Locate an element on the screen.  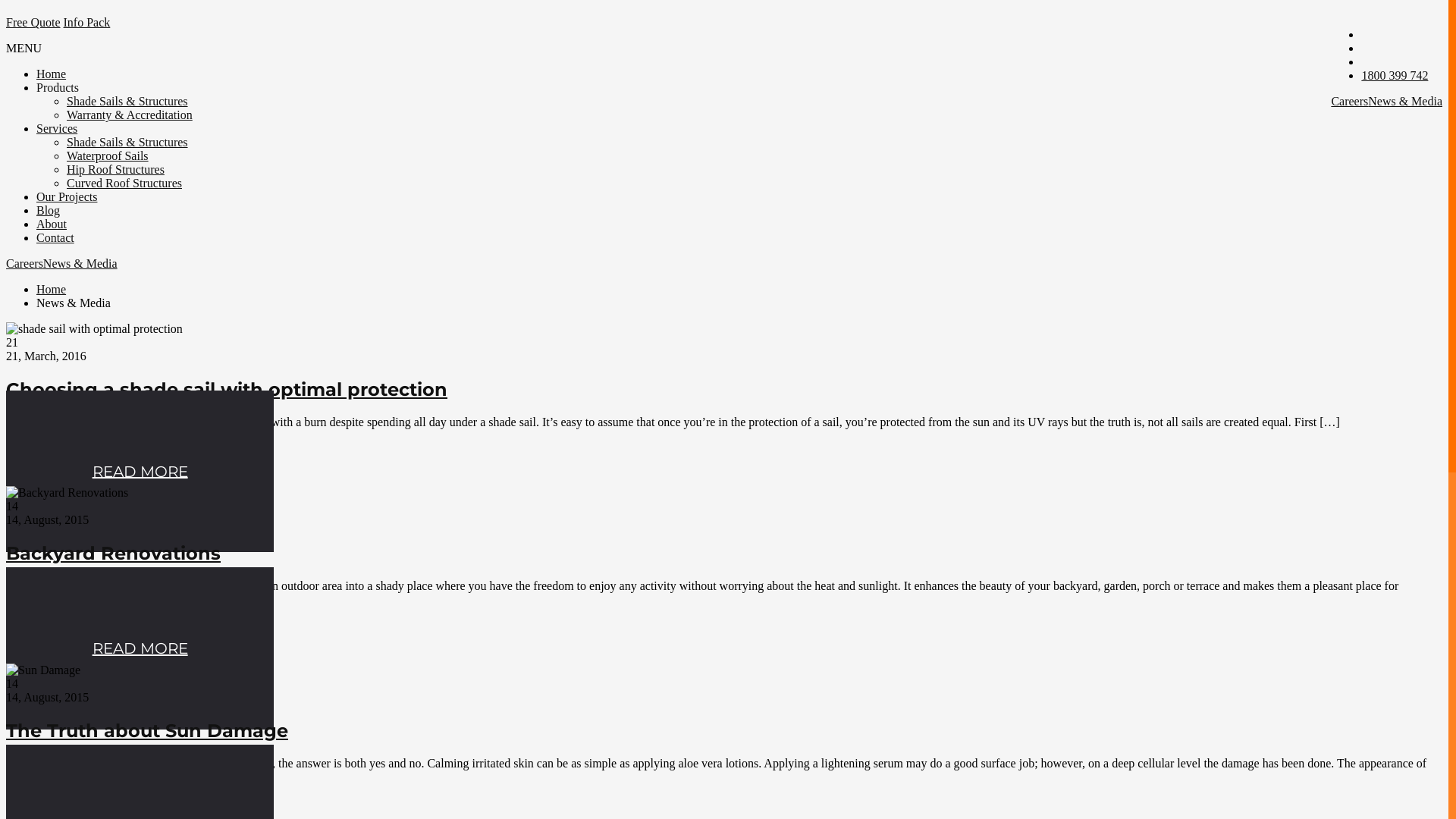
'Careers' is located at coordinates (6, 262).